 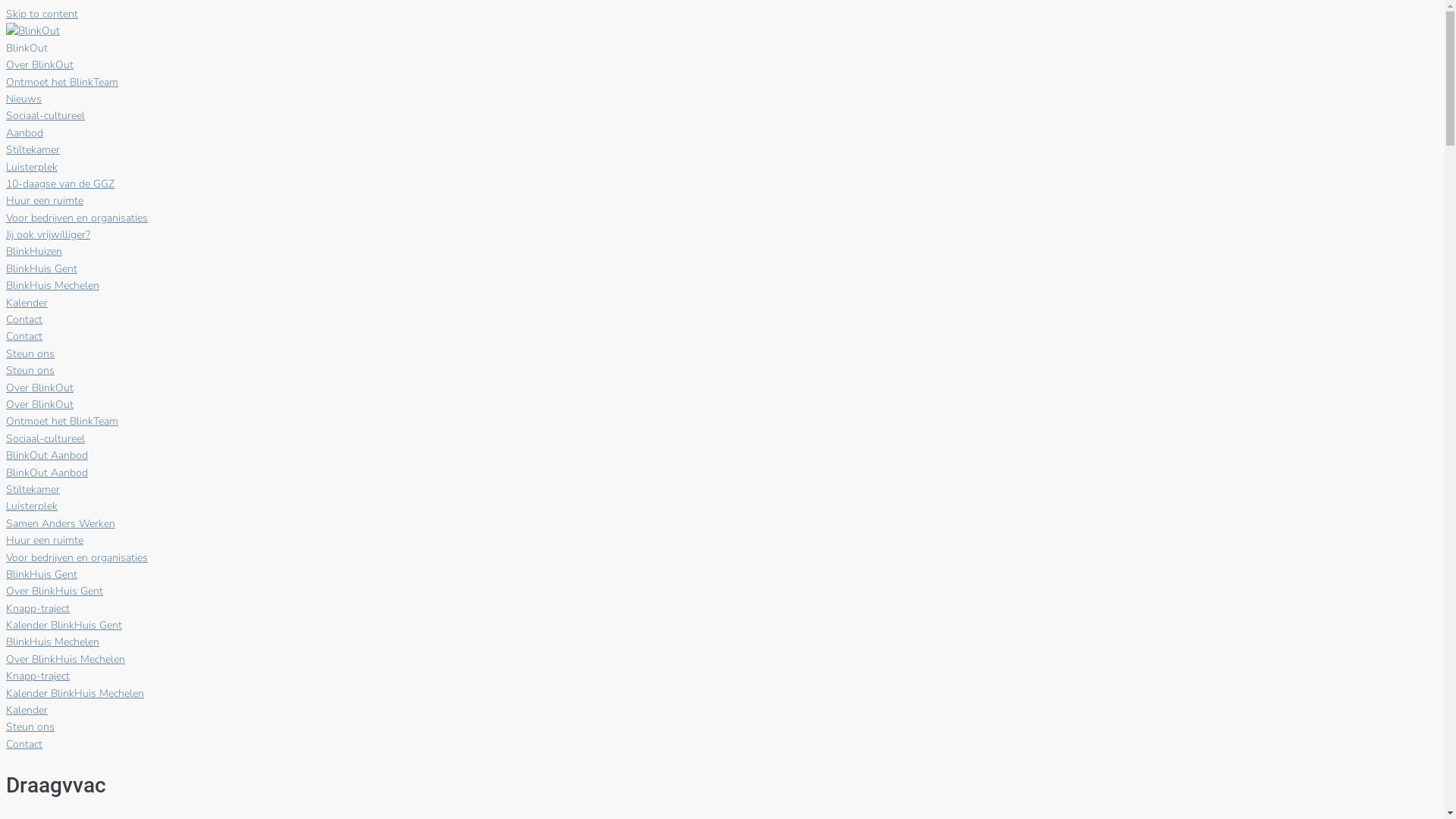 I want to click on 'BlinkOut Aanbod', so click(x=47, y=472).